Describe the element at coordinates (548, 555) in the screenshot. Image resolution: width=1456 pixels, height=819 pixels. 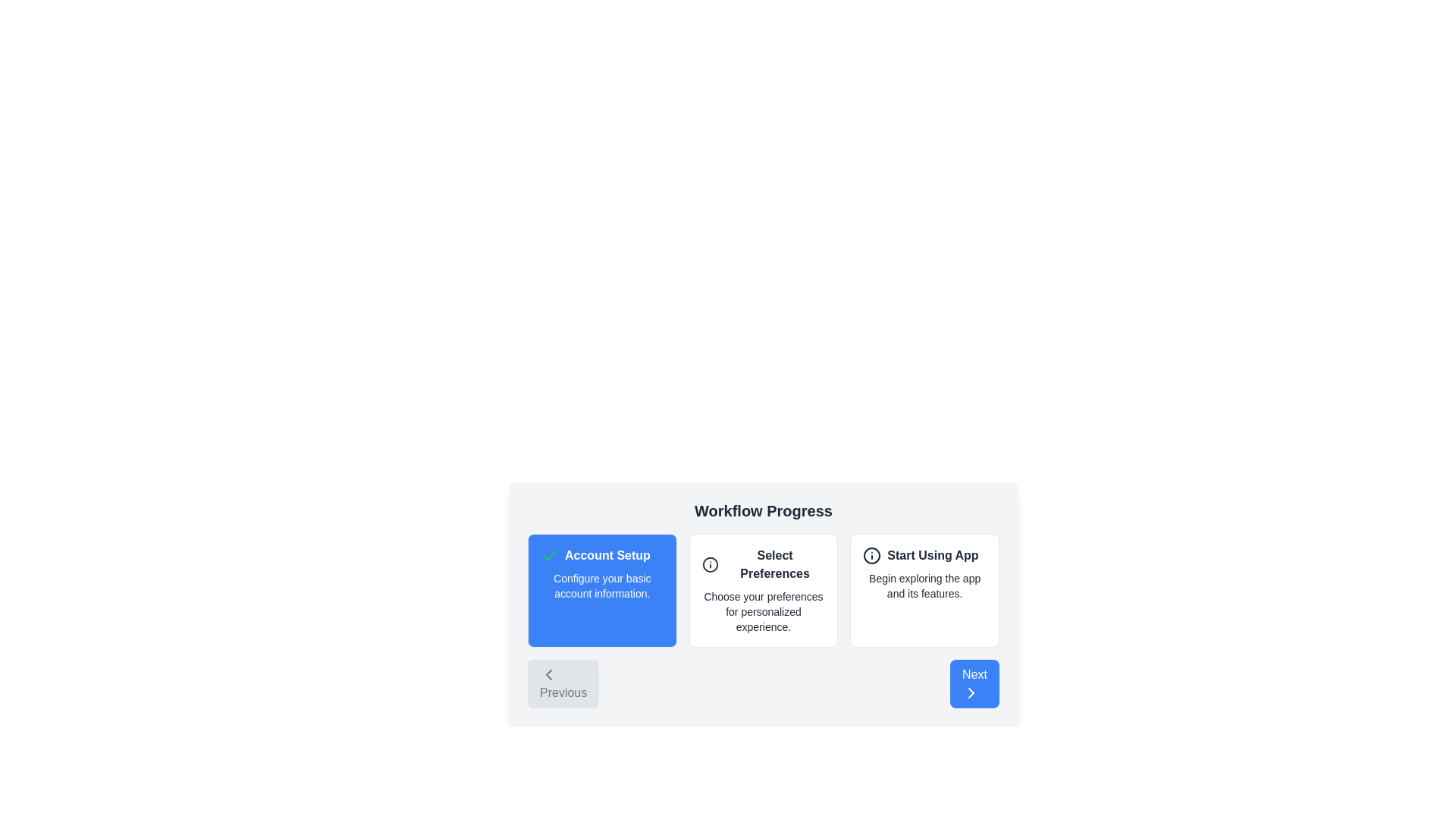
I see `the small green checkmark icon located within the 'Account Setup' card in the workflow progress interface` at that location.